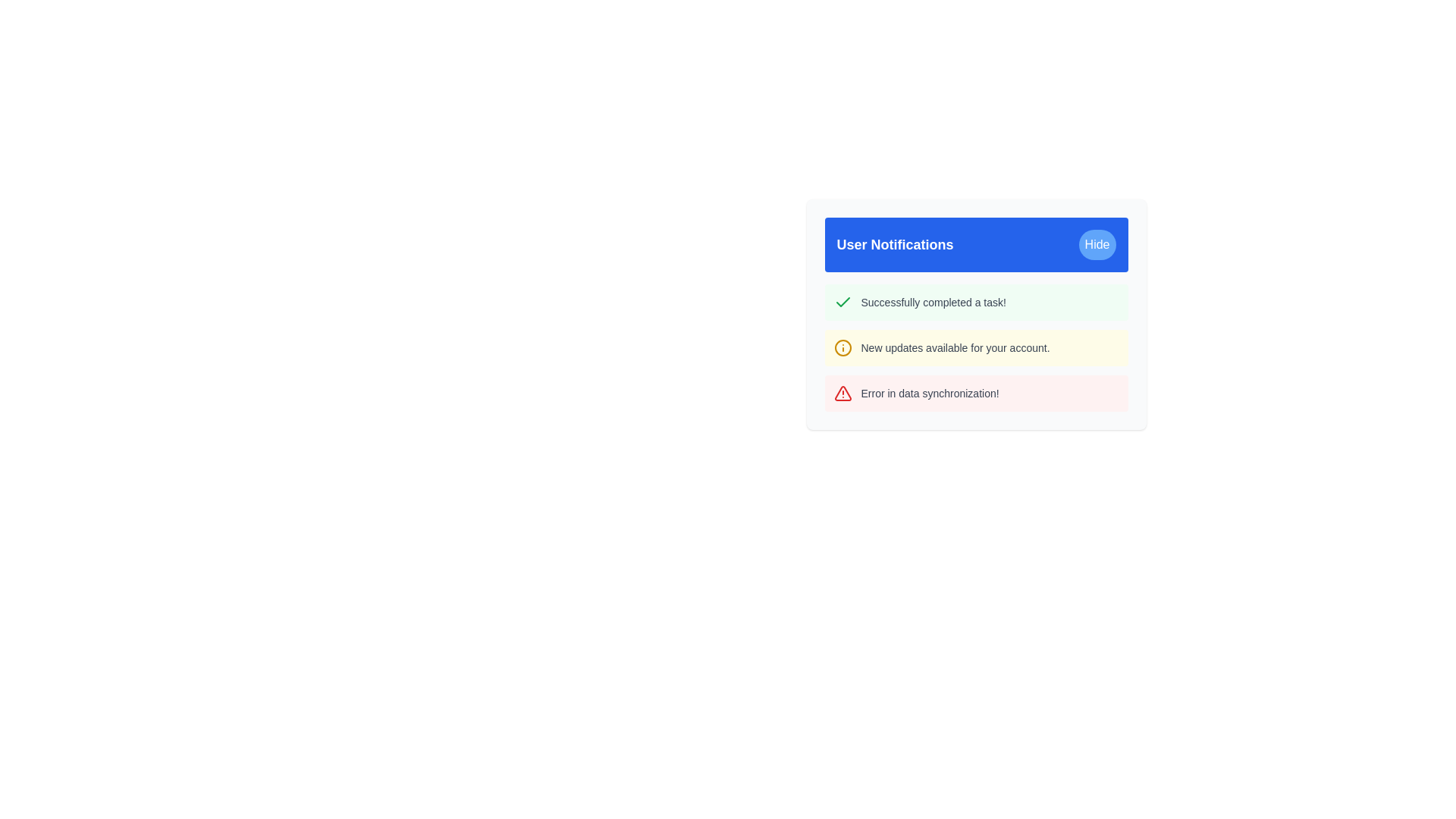 This screenshot has height=819, width=1456. What do you see at coordinates (976, 302) in the screenshot?
I see `success message notification located beneath the 'User Notifications' header and above the 'New updates available for your account' notification` at bounding box center [976, 302].